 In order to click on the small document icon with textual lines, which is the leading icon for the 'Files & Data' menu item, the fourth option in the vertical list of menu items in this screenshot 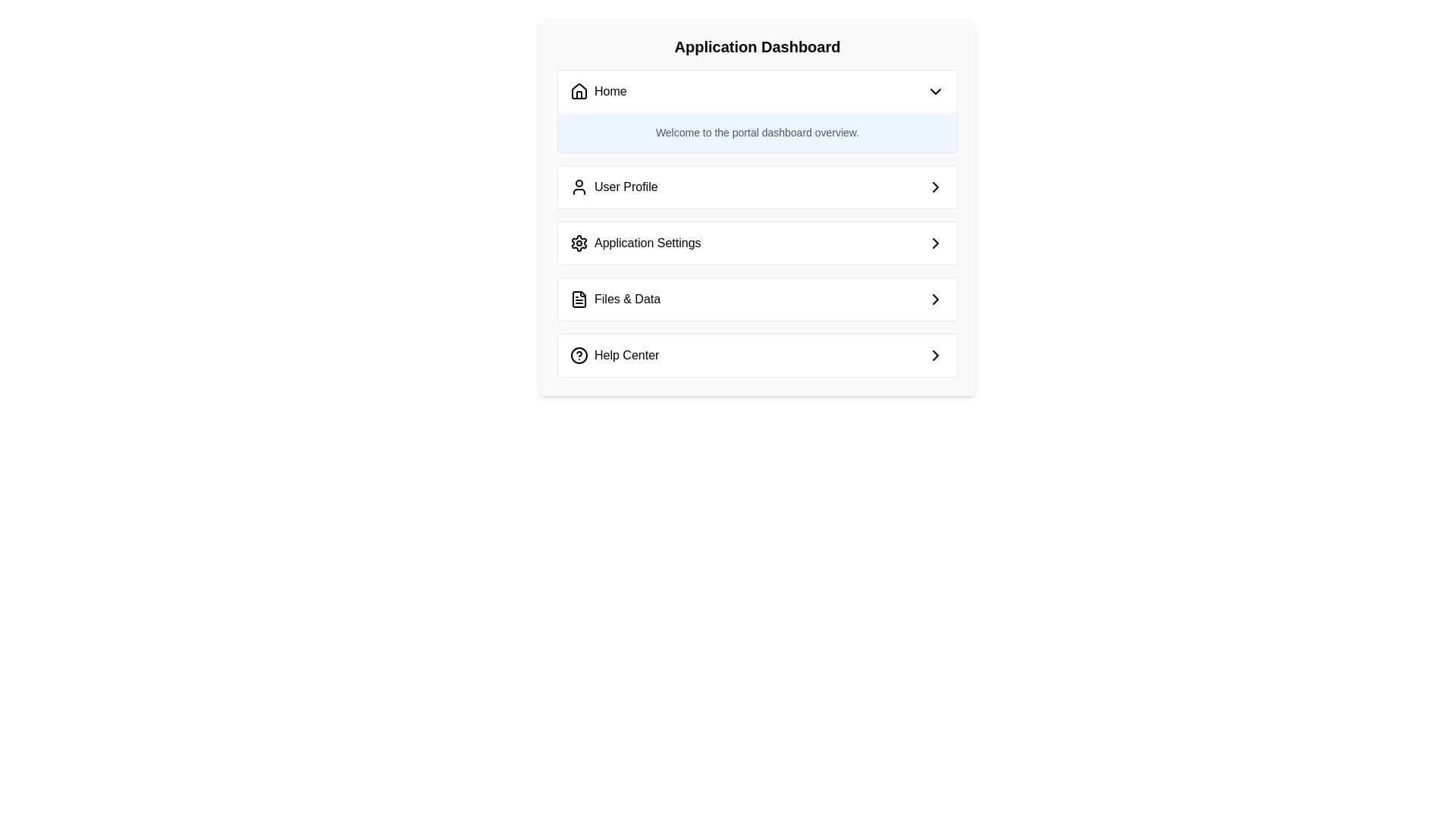, I will do `click(578, 299)`.